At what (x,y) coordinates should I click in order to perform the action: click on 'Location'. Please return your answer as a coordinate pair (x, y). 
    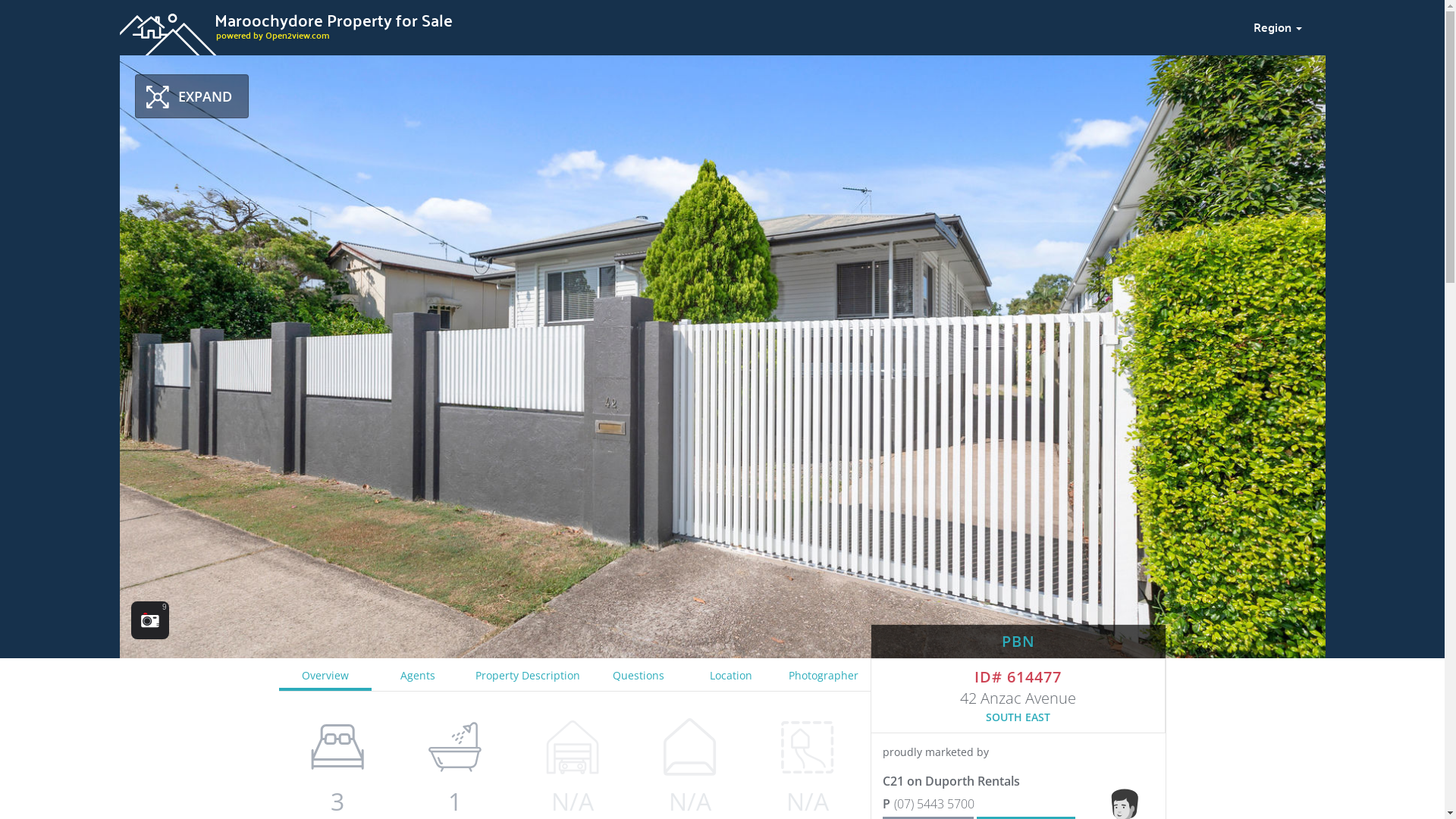
    Looking at the image, I should click on (683, 673).